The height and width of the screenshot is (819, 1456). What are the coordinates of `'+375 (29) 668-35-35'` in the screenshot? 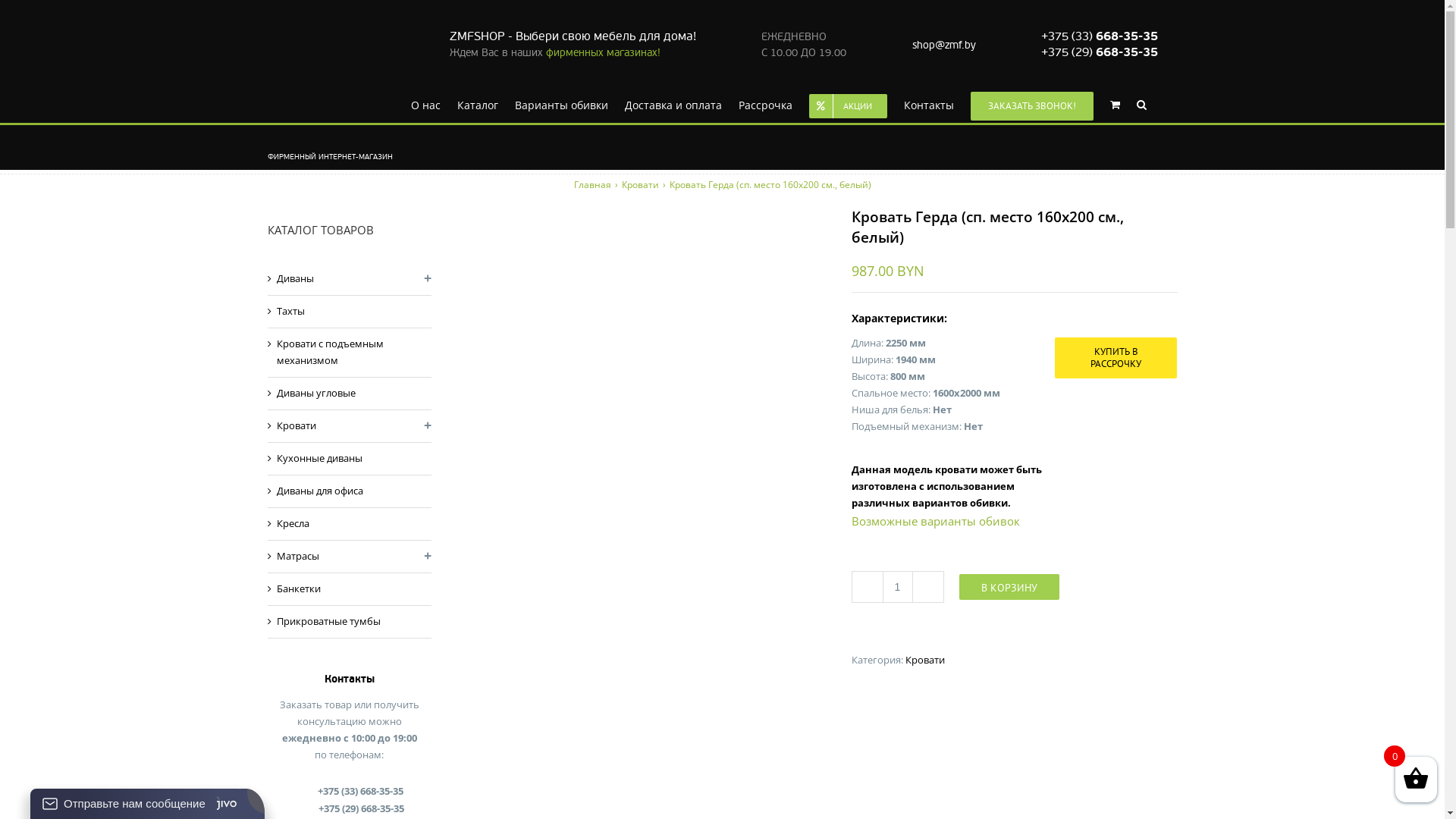 It's located at (1099, 52).